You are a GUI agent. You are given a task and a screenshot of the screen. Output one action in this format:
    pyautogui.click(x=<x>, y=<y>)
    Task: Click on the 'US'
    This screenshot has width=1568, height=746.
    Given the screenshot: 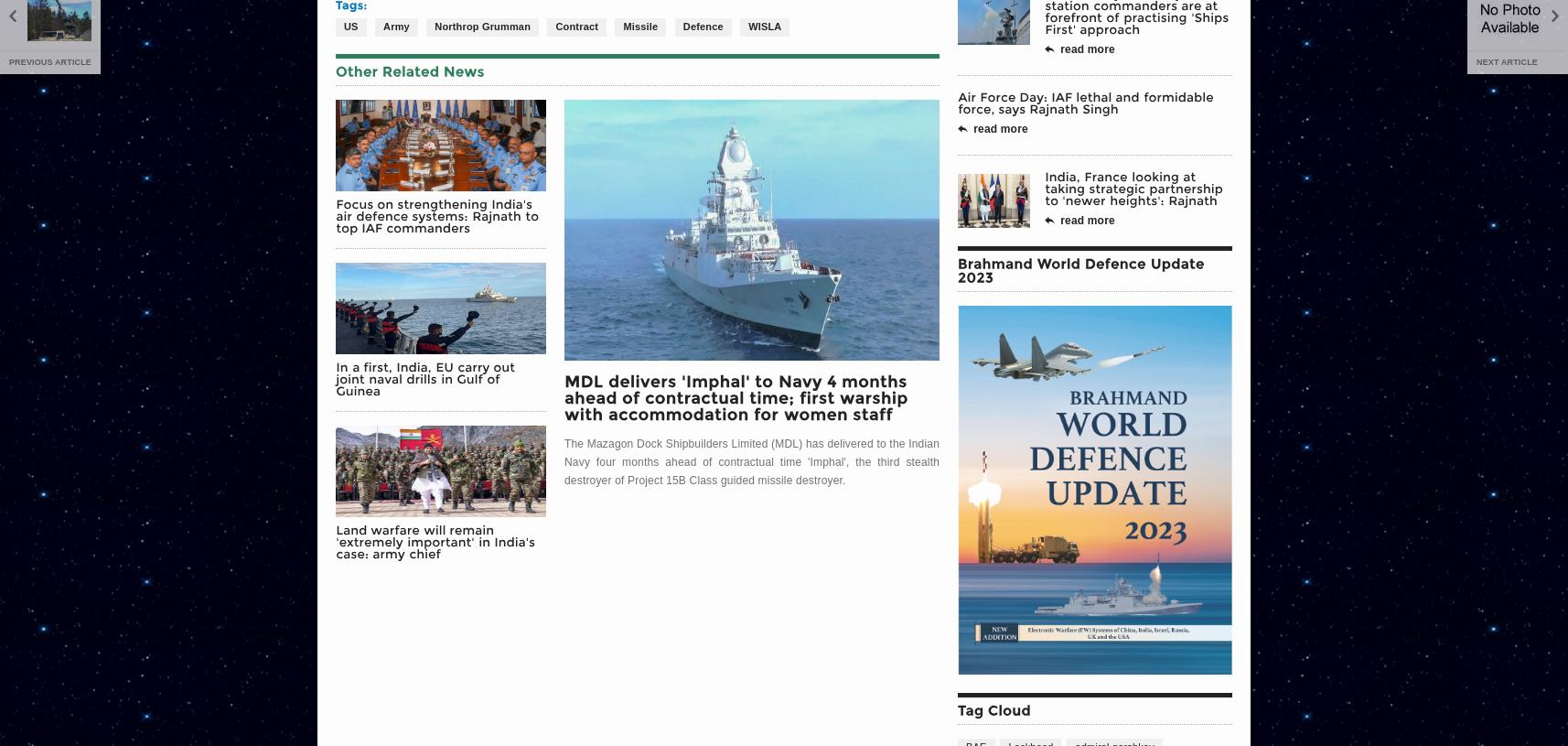 What is the action you would take?
    pyautogui.click(x=343, y=25)
    